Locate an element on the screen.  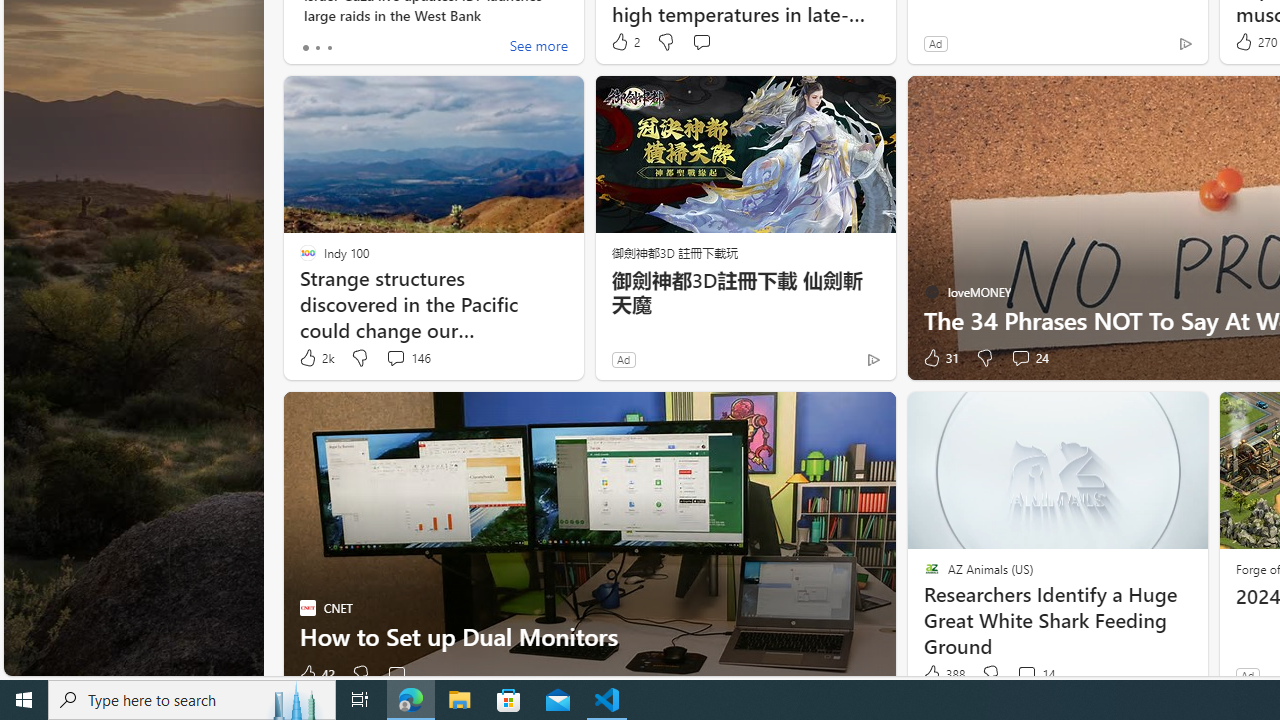
'2k Like' is located at coordinates (314, 357).